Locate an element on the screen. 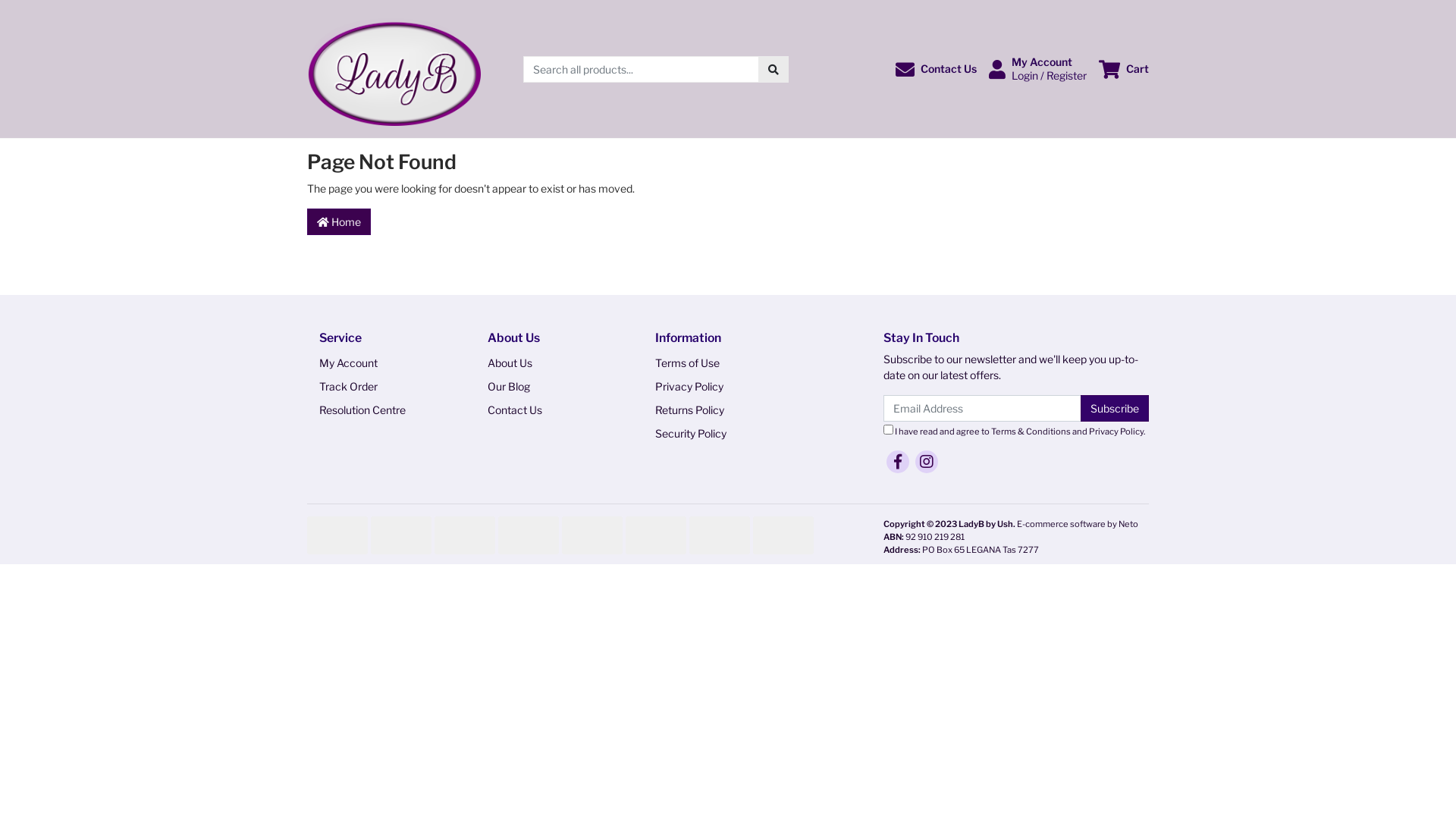  'Search' is located at coordinates (773, 69).